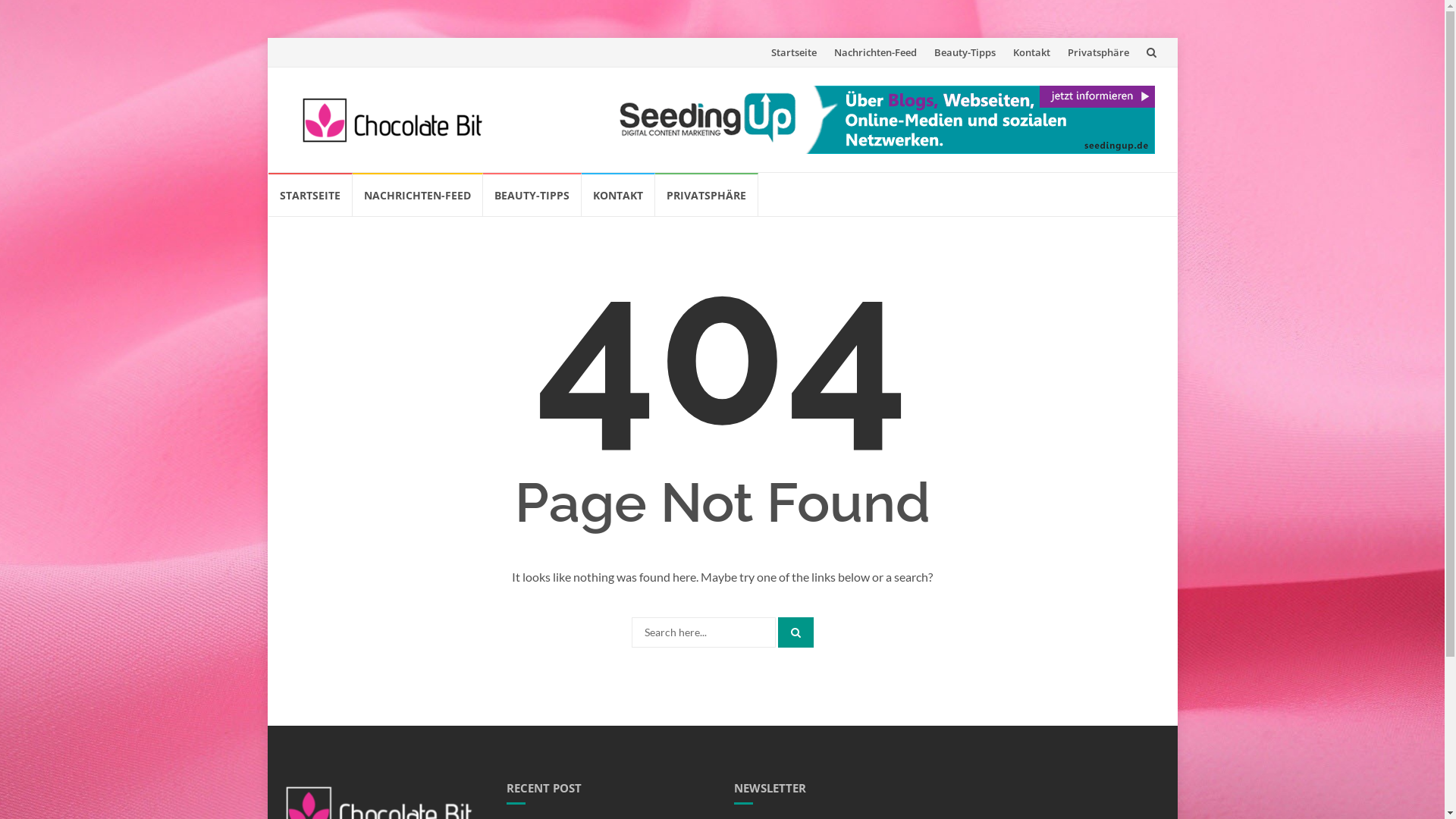 The image size is (1456, 819). I want to click on 'KONTAKT', so click(617, 193).